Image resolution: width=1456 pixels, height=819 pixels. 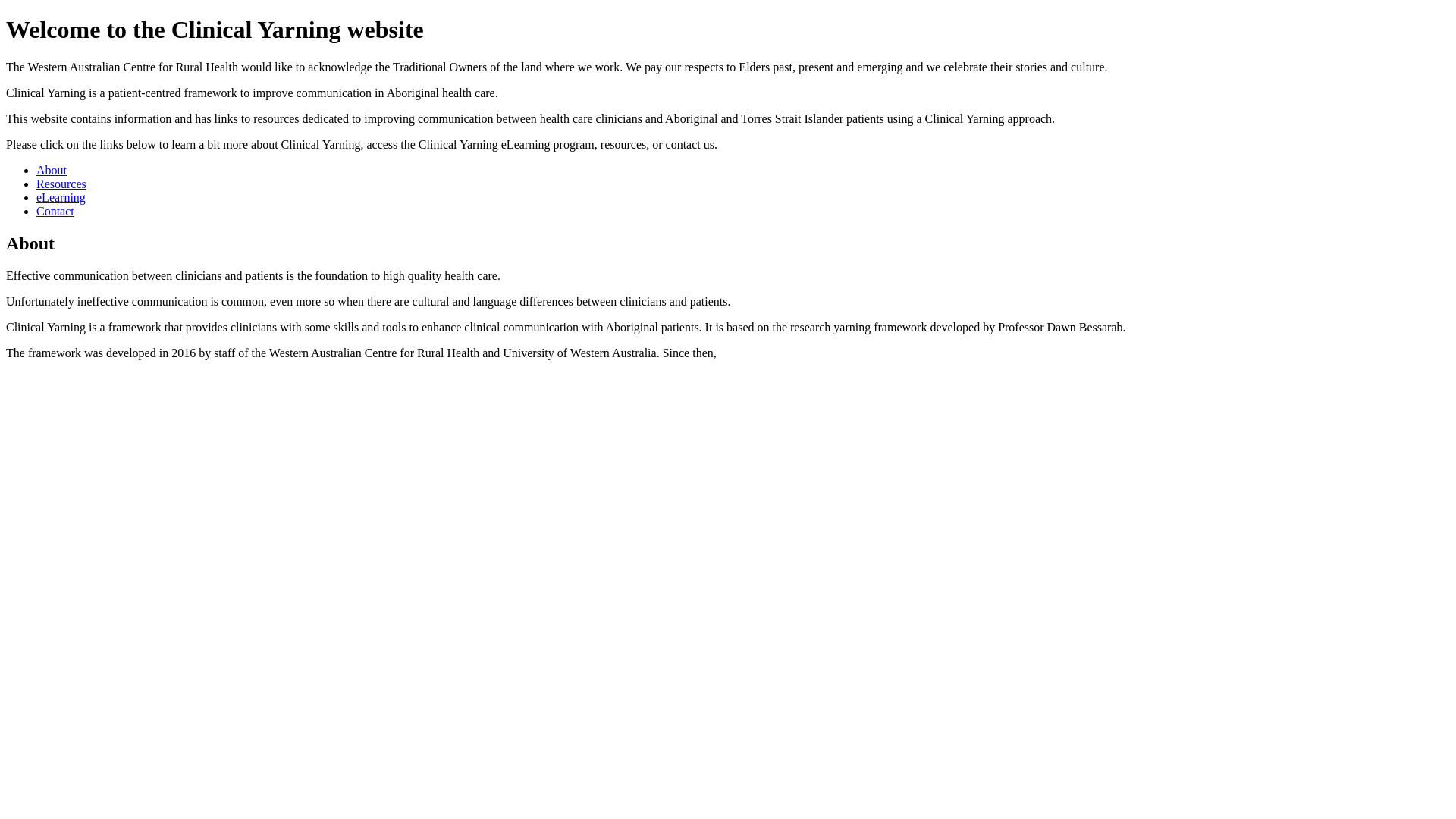 I want to click on 'Contact', so click(x=55, y=211).